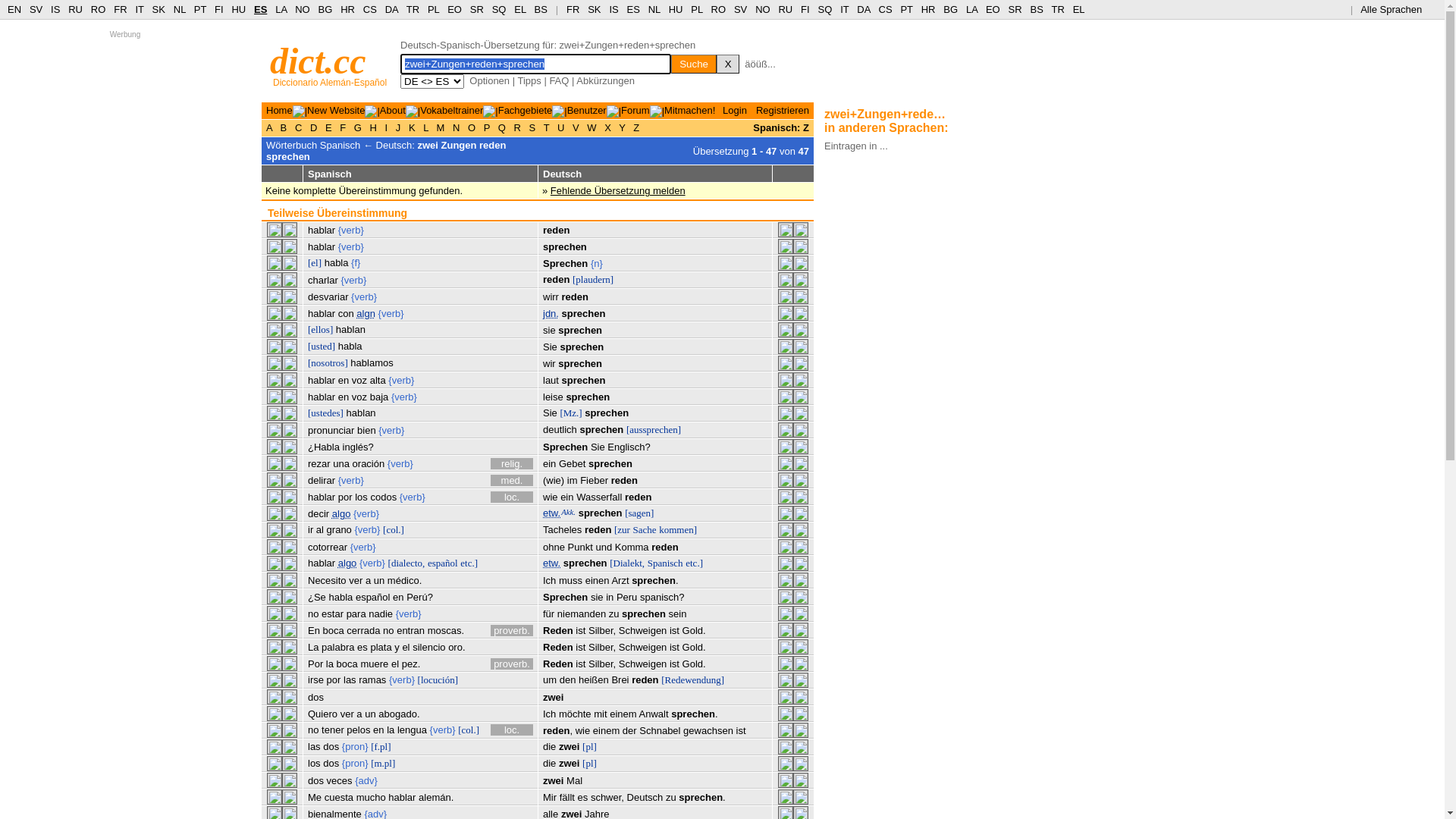  Describe the element at coordinates (579, 547) in the screenshot. I see `'Punkt'` at that location.